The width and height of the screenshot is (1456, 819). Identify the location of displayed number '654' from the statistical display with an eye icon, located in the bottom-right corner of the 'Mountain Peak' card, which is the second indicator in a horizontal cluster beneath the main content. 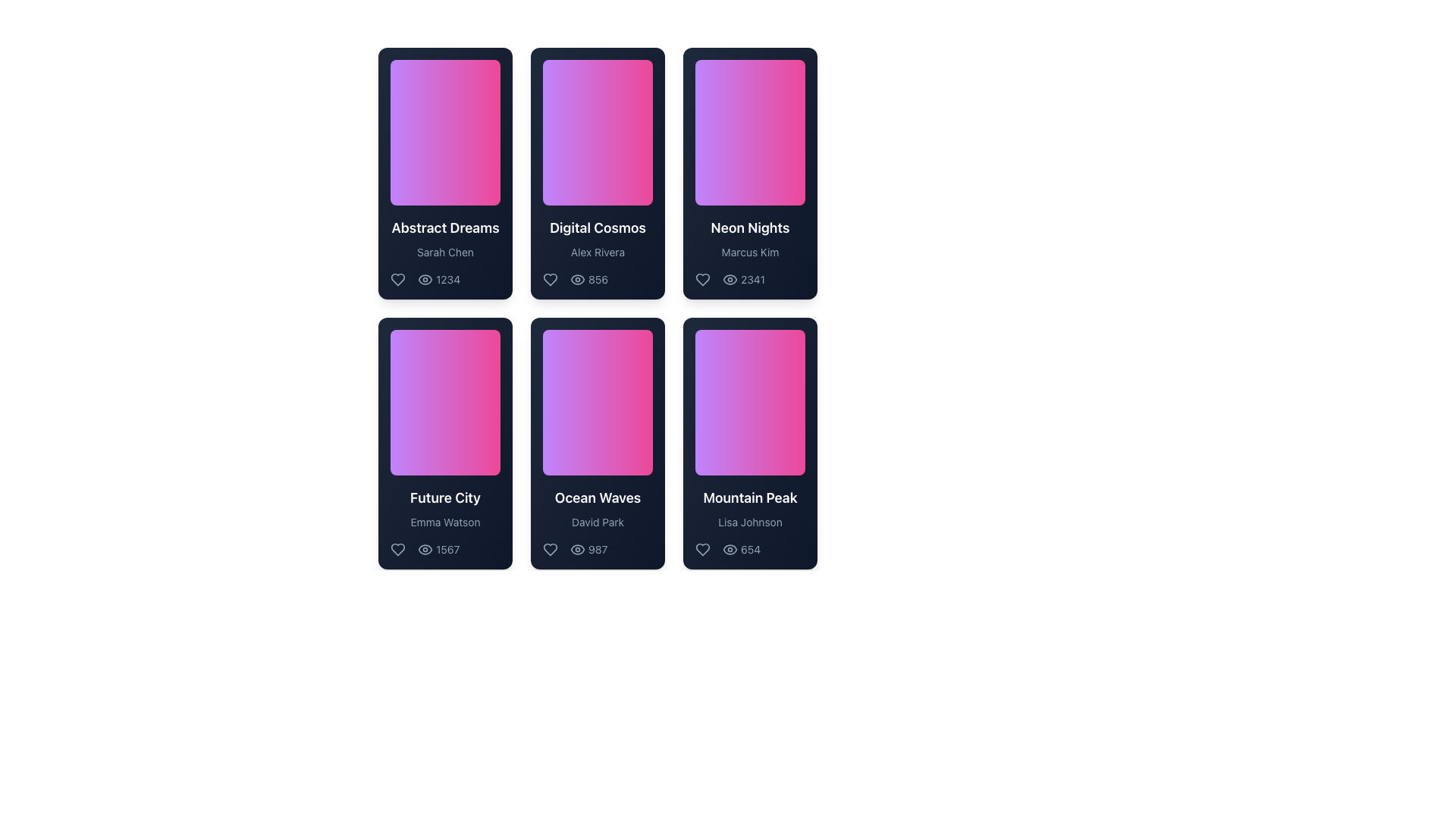
(728, 550).